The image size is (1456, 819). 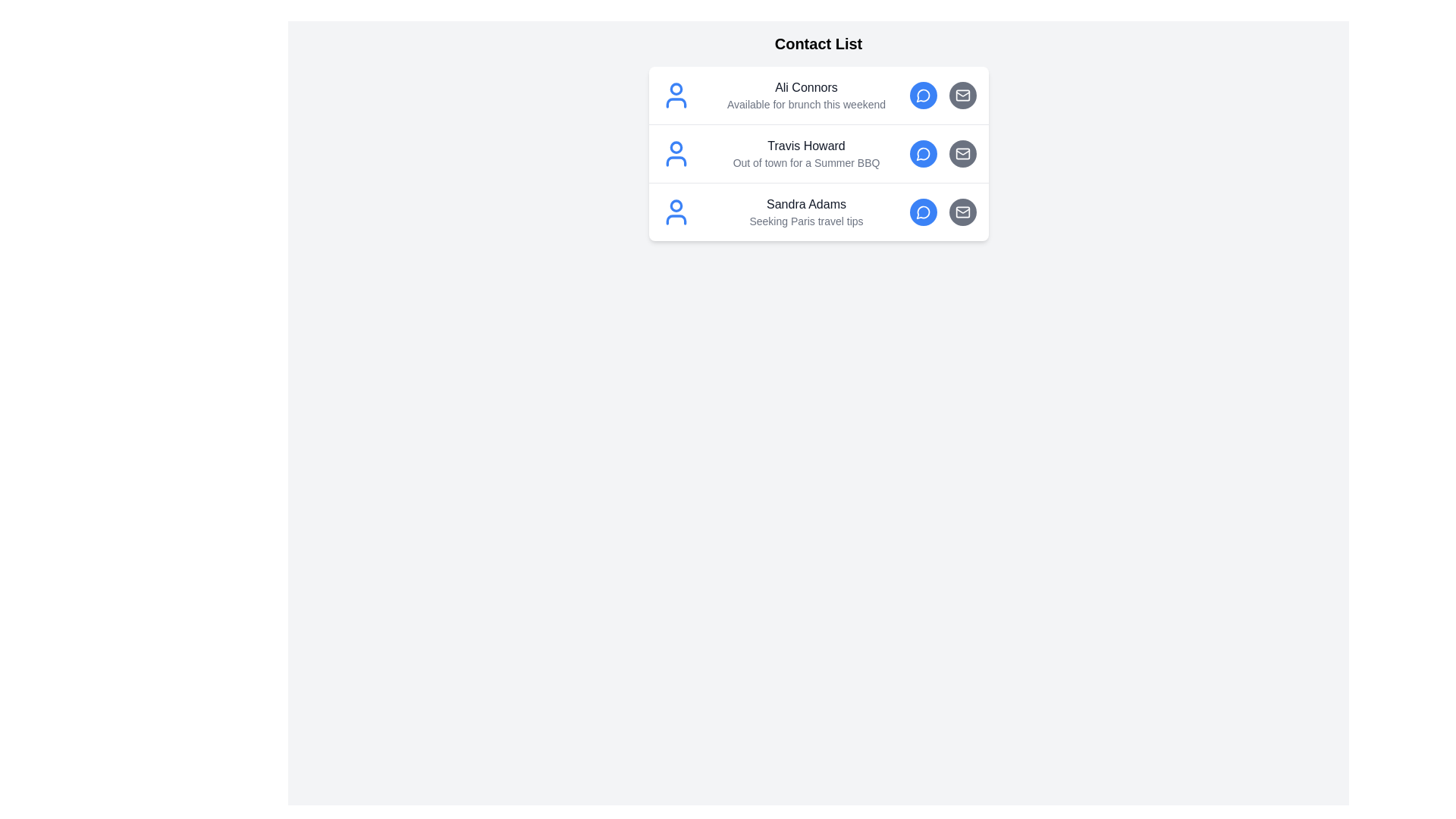 I want to click on the light gray text reading 'Out of town for a Summer BBQ', which is the subtitle of the contact 'Travis Howard', so click(x=805, y=163).